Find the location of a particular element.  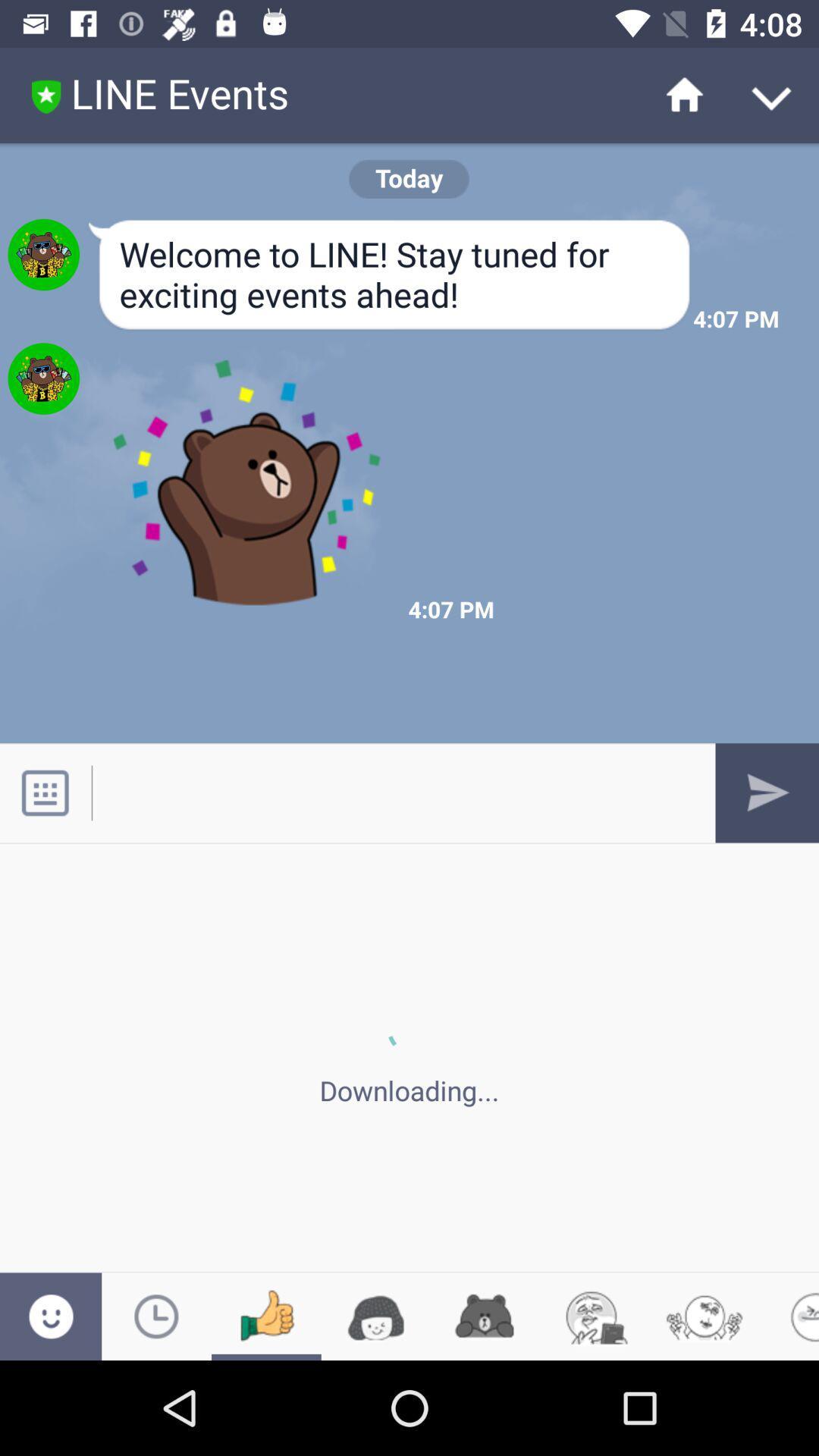

the chat icon is located at coordinates (375, 1316).